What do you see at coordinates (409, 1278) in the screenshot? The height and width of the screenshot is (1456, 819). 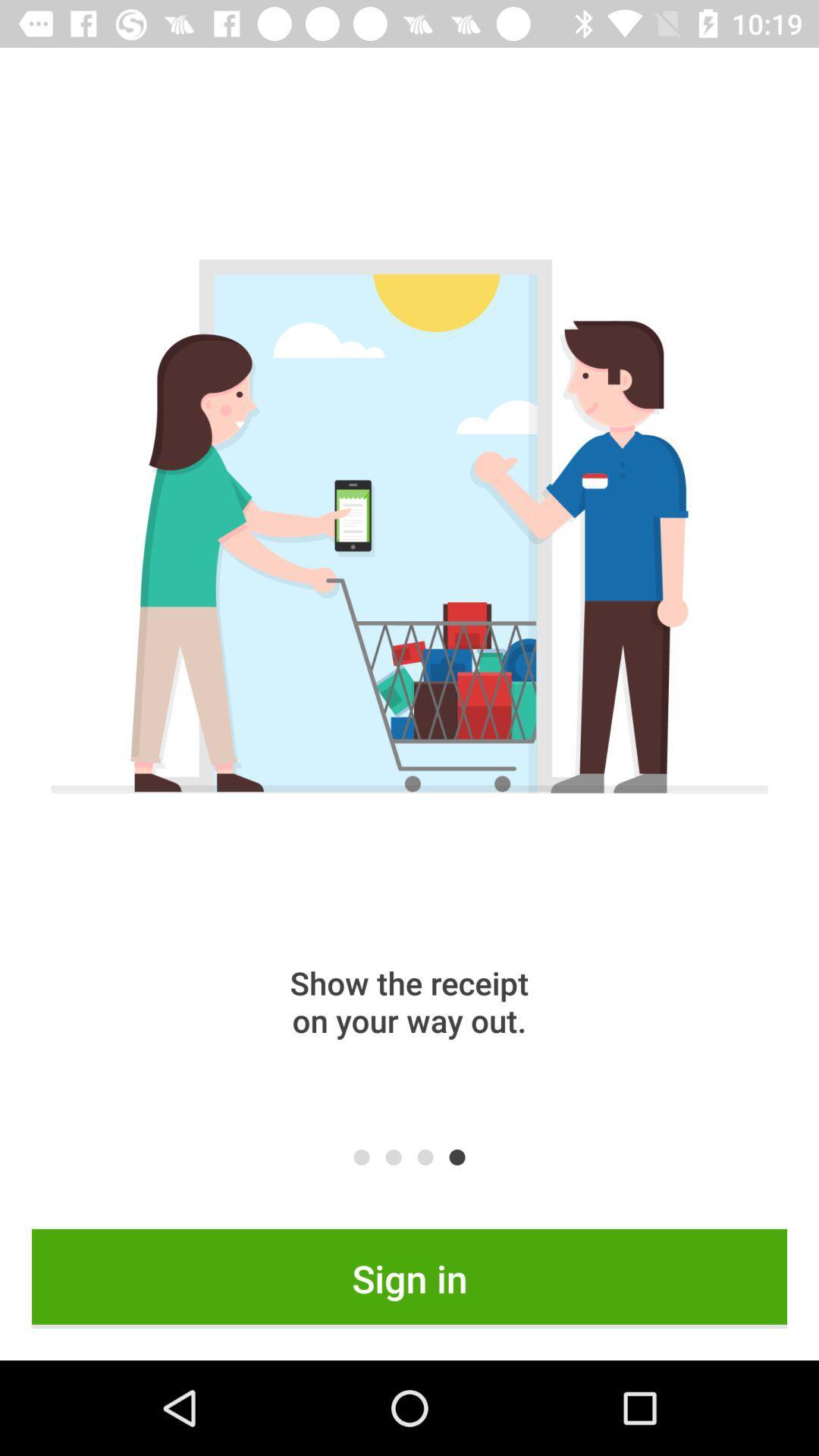 I see `sign in` at bounding box center [409, 1278].